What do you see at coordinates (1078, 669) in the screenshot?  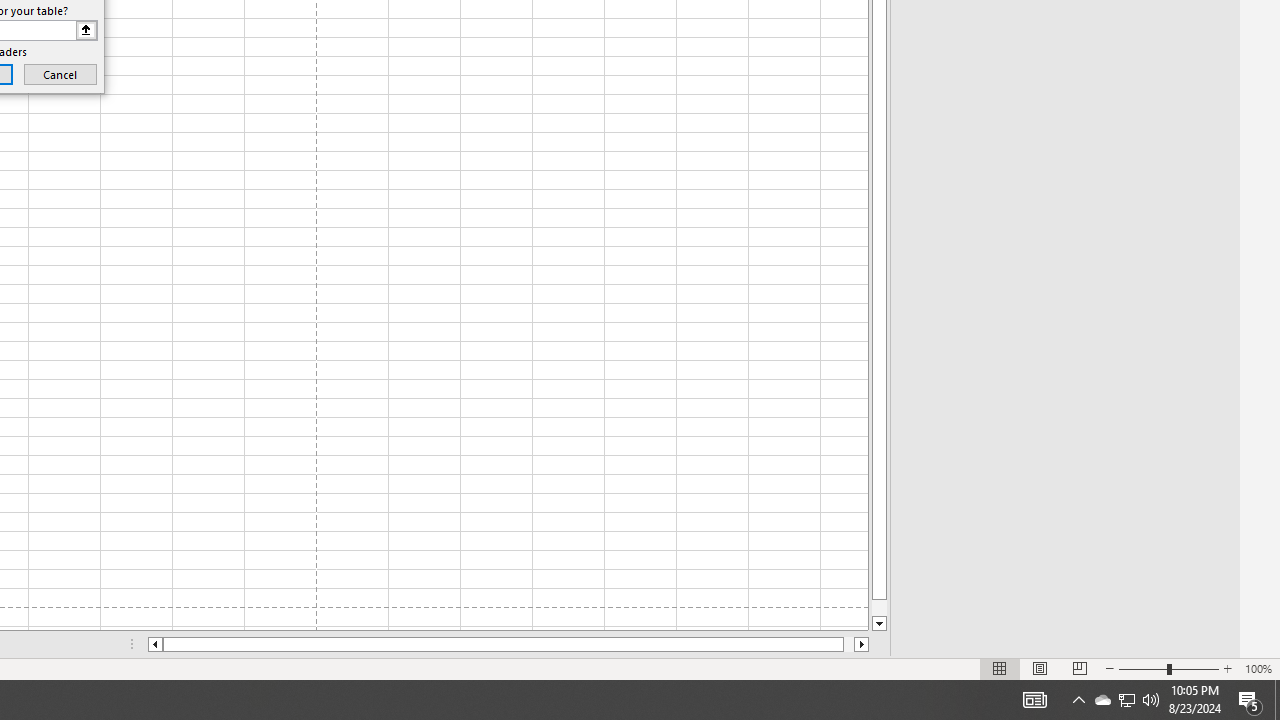 I see `'Page Break Preview'` at bounding box center [1078, 669].